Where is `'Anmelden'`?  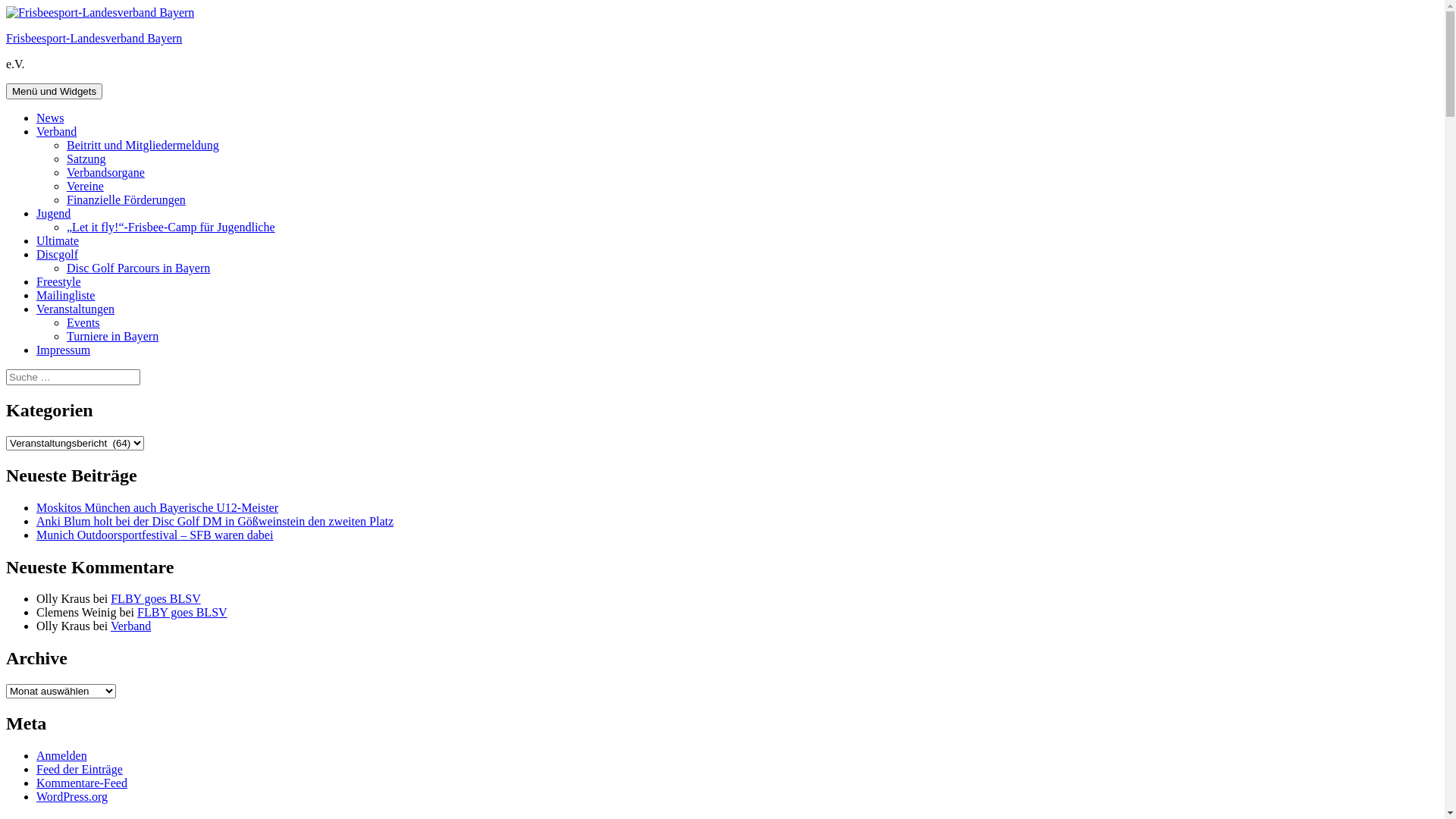
'Anmelden' is located at coordinates (61, 755).